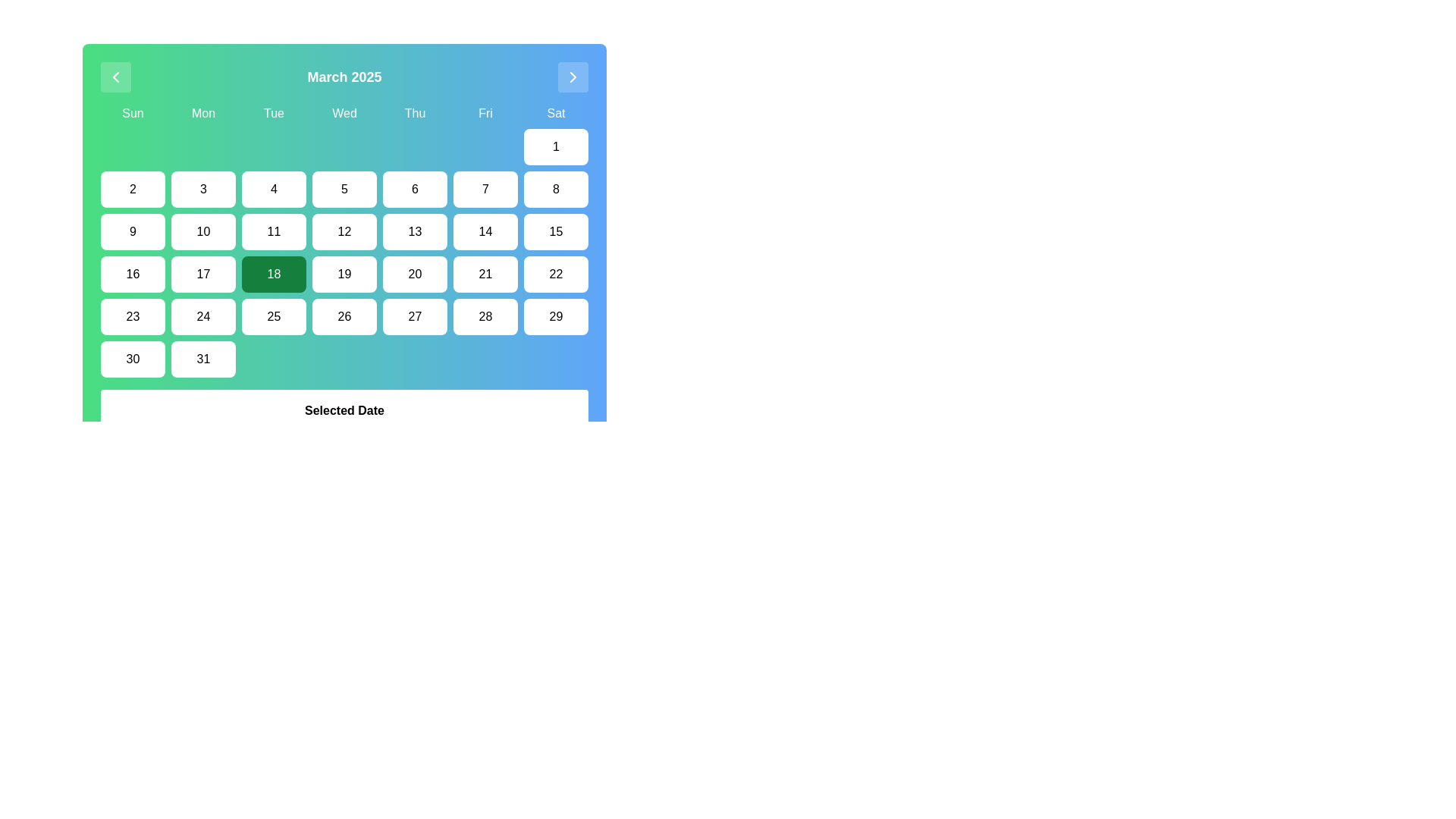 The width and height of the screenshot is (1456, 819). What do you see at coordinates (485, 189) in the screenshot?
I see `the button displaying the number '7' in black text against a white background, located in the calendar grid under the 'Fri' column` at bounding box center [485, 189].